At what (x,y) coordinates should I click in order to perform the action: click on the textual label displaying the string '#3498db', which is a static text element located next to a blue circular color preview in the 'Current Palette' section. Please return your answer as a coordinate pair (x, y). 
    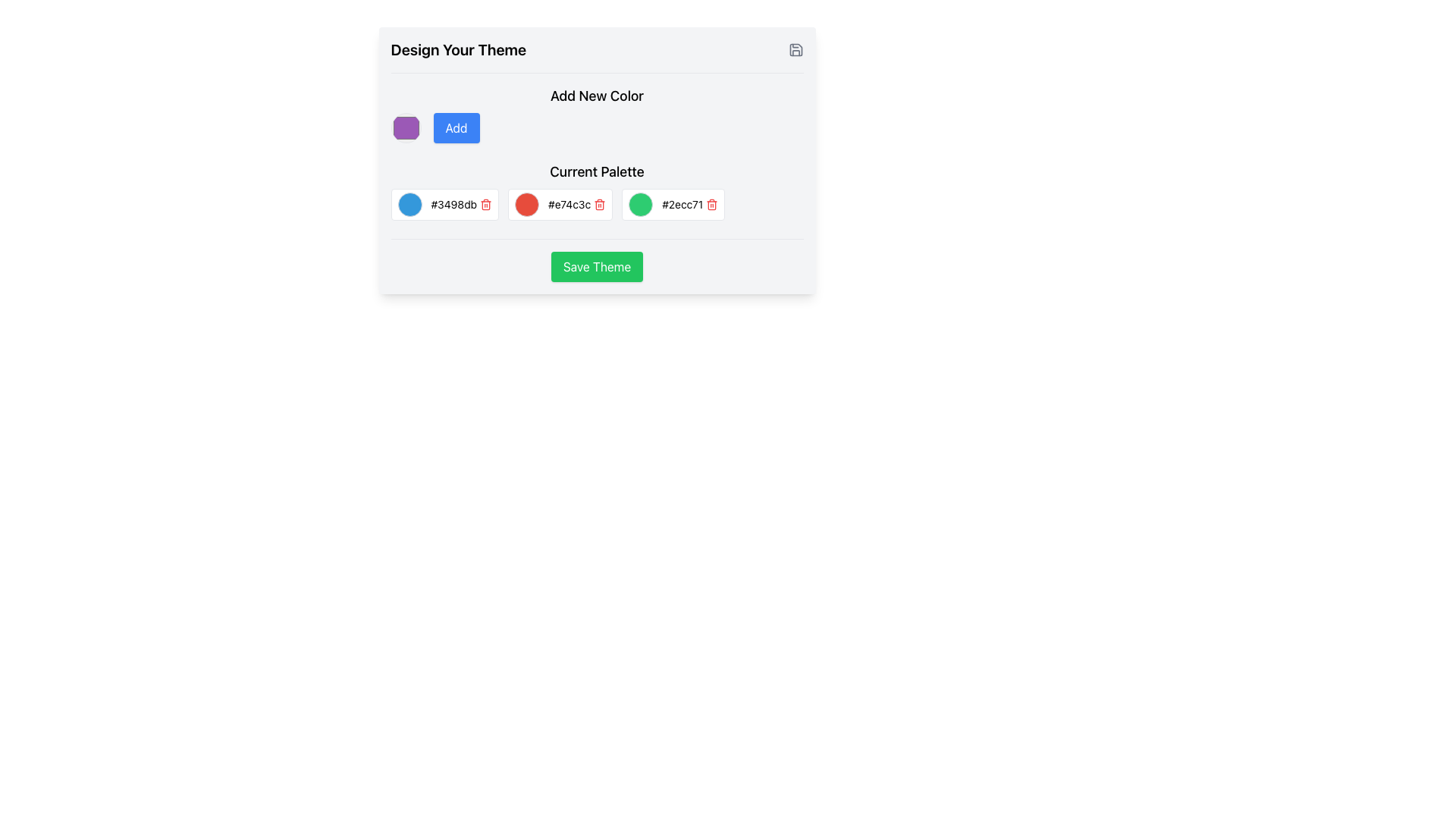
    Looking at the image, I should click on (453, 205).